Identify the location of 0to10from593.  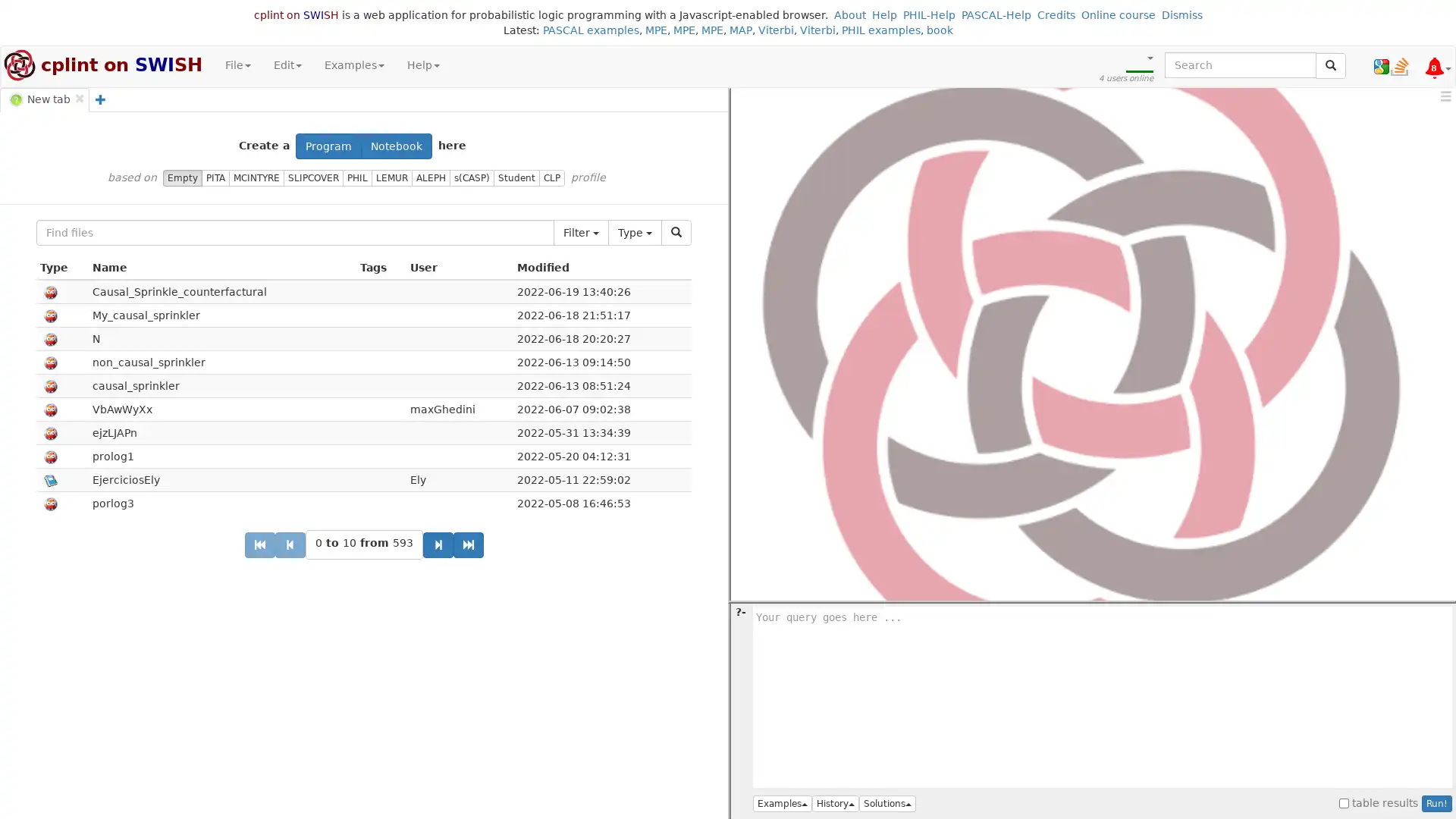
(362, 544).